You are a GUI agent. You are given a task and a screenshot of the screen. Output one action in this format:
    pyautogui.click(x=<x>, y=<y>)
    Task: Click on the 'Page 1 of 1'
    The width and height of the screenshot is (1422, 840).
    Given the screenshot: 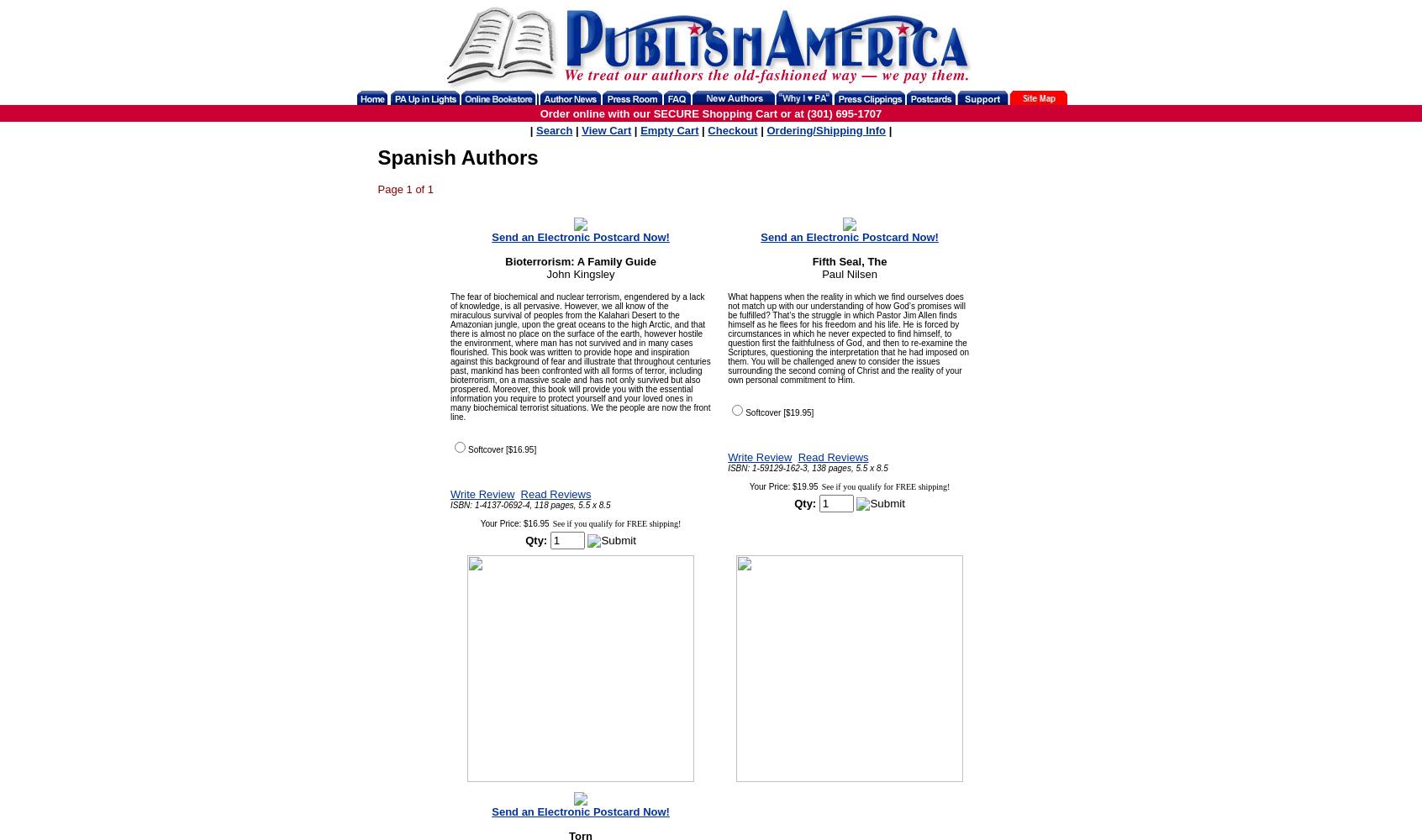 What is the action you would take?
    pyautogui.click(x=377, y=188)
    